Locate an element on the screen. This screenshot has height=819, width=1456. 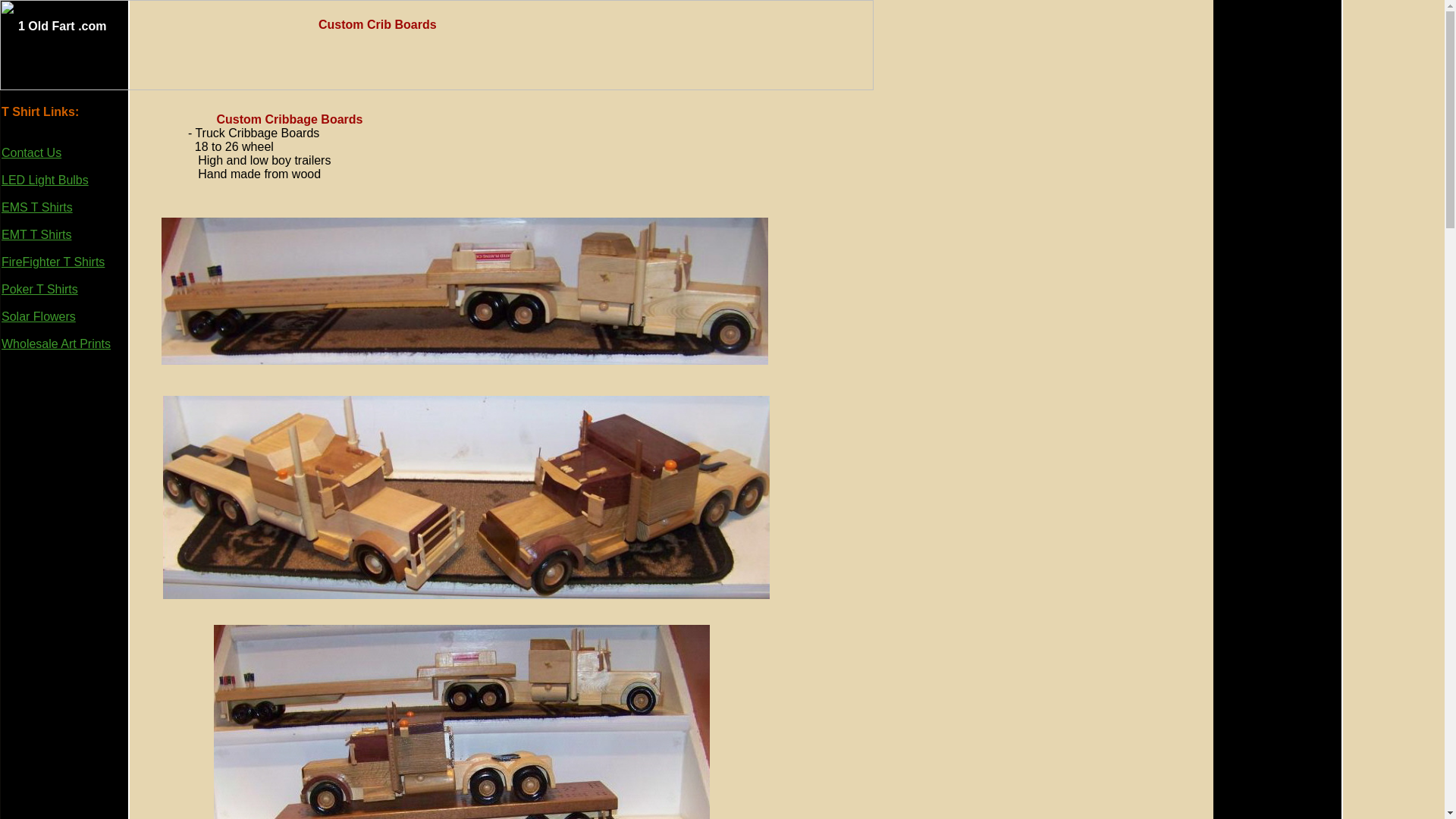
'EMT T Shirts' is located at coordinates (36, 234).